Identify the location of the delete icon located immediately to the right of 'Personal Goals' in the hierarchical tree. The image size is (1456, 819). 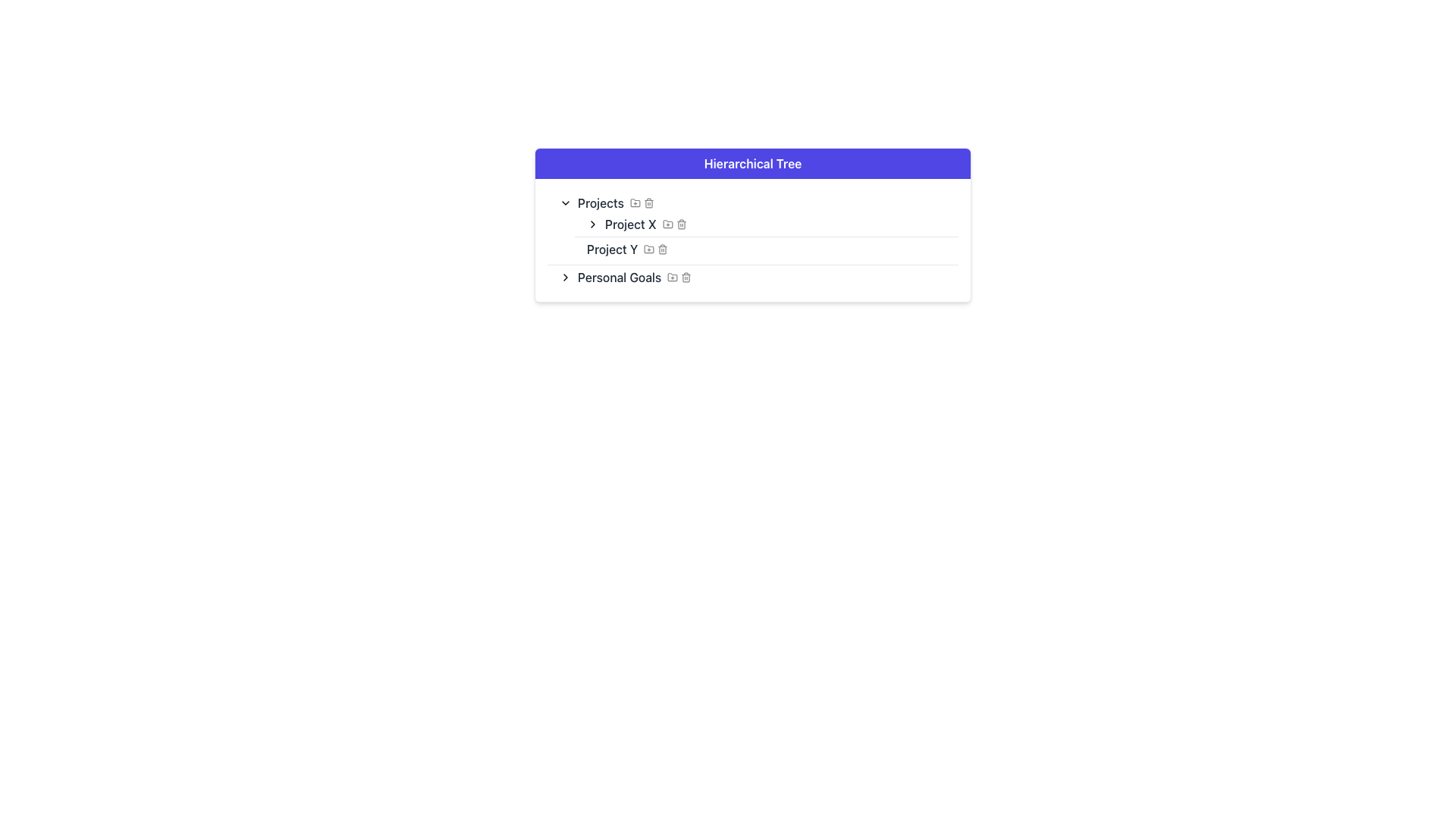
(686, 278).